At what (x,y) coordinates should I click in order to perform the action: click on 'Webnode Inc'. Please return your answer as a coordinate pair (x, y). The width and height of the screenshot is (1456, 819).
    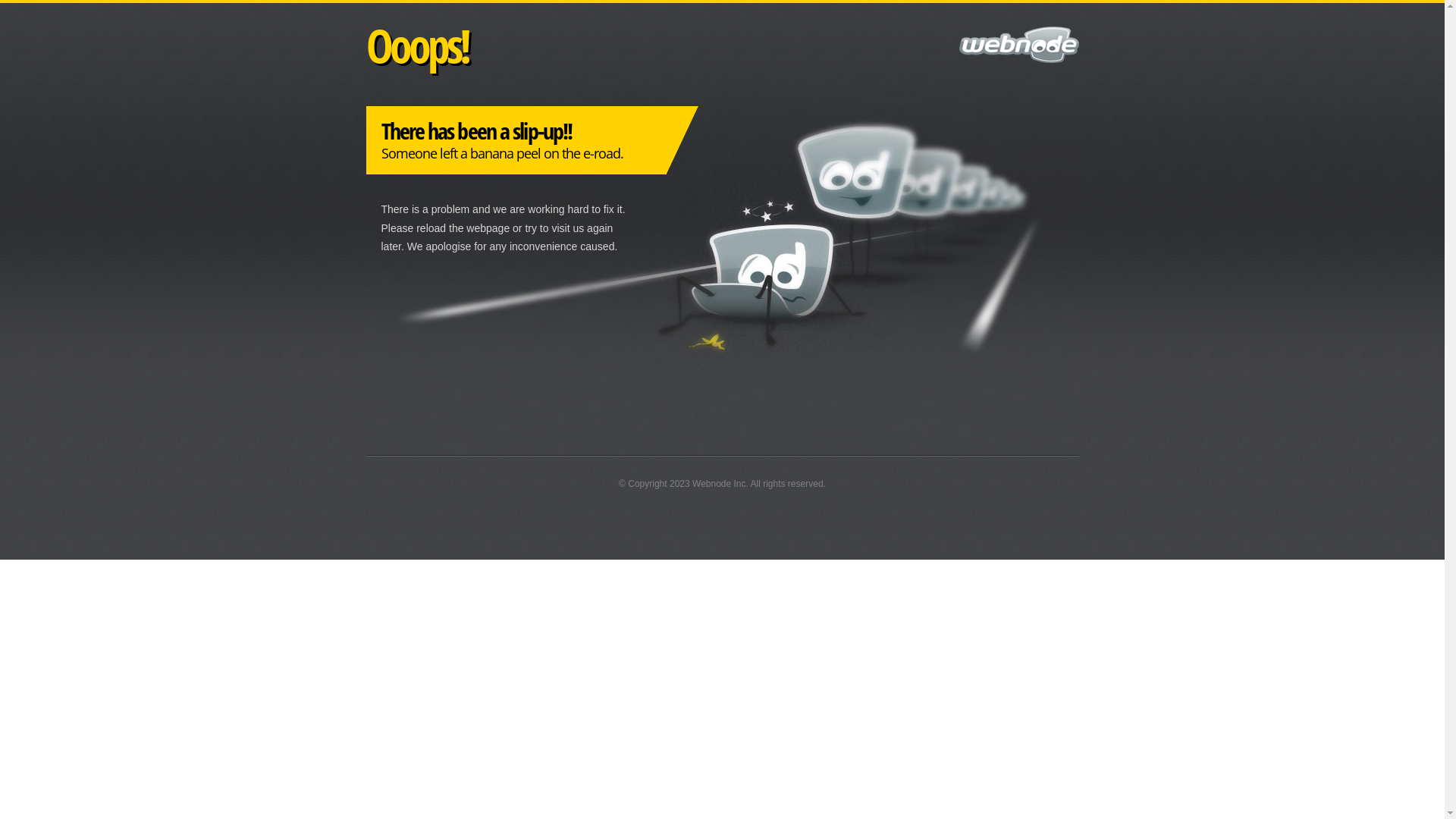
    Looking at the image, I should click on (718, 483).